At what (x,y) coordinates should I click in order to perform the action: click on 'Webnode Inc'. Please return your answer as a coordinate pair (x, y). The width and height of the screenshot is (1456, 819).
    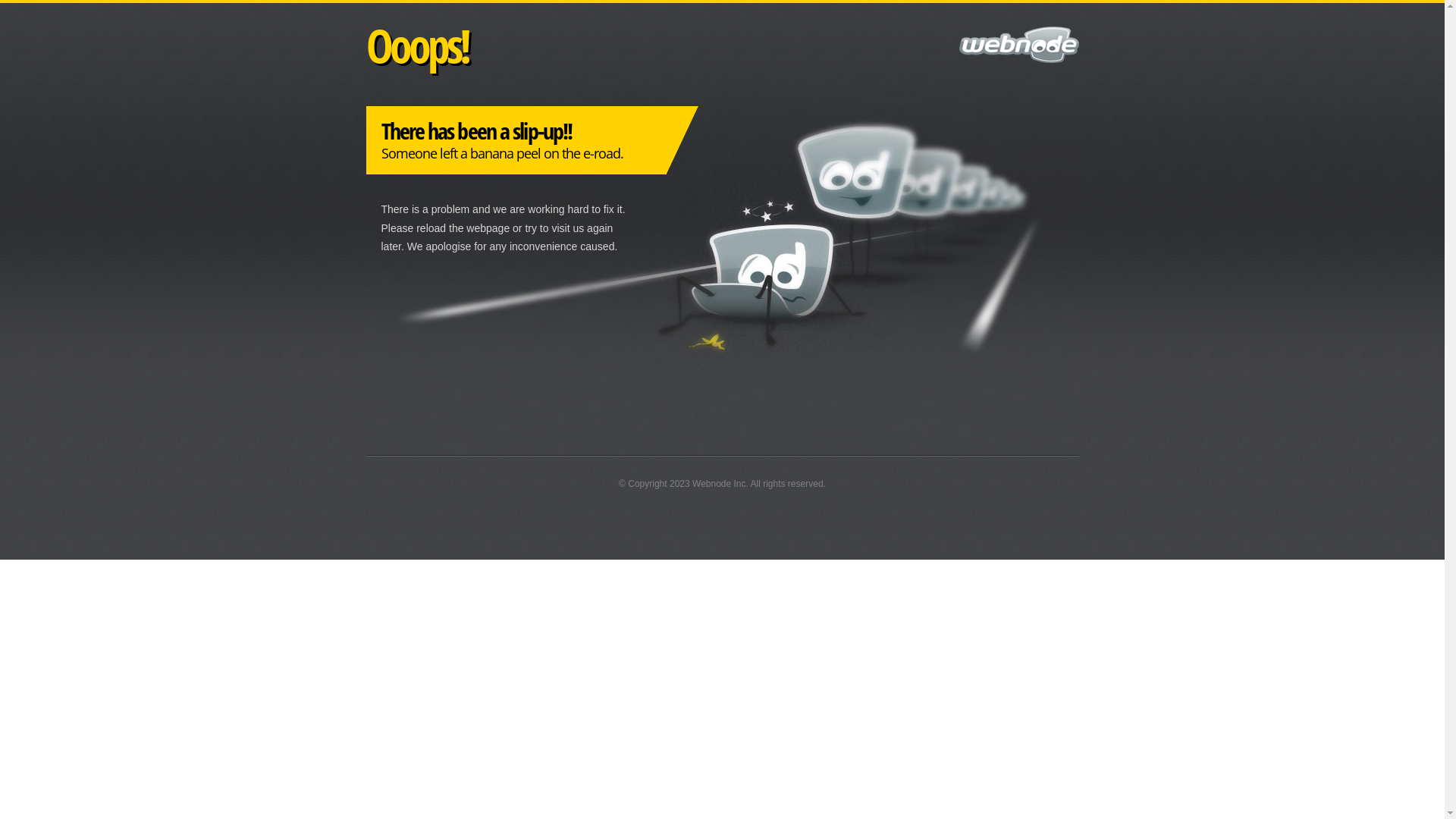
    Looking at the image, I should click on (718, 483).